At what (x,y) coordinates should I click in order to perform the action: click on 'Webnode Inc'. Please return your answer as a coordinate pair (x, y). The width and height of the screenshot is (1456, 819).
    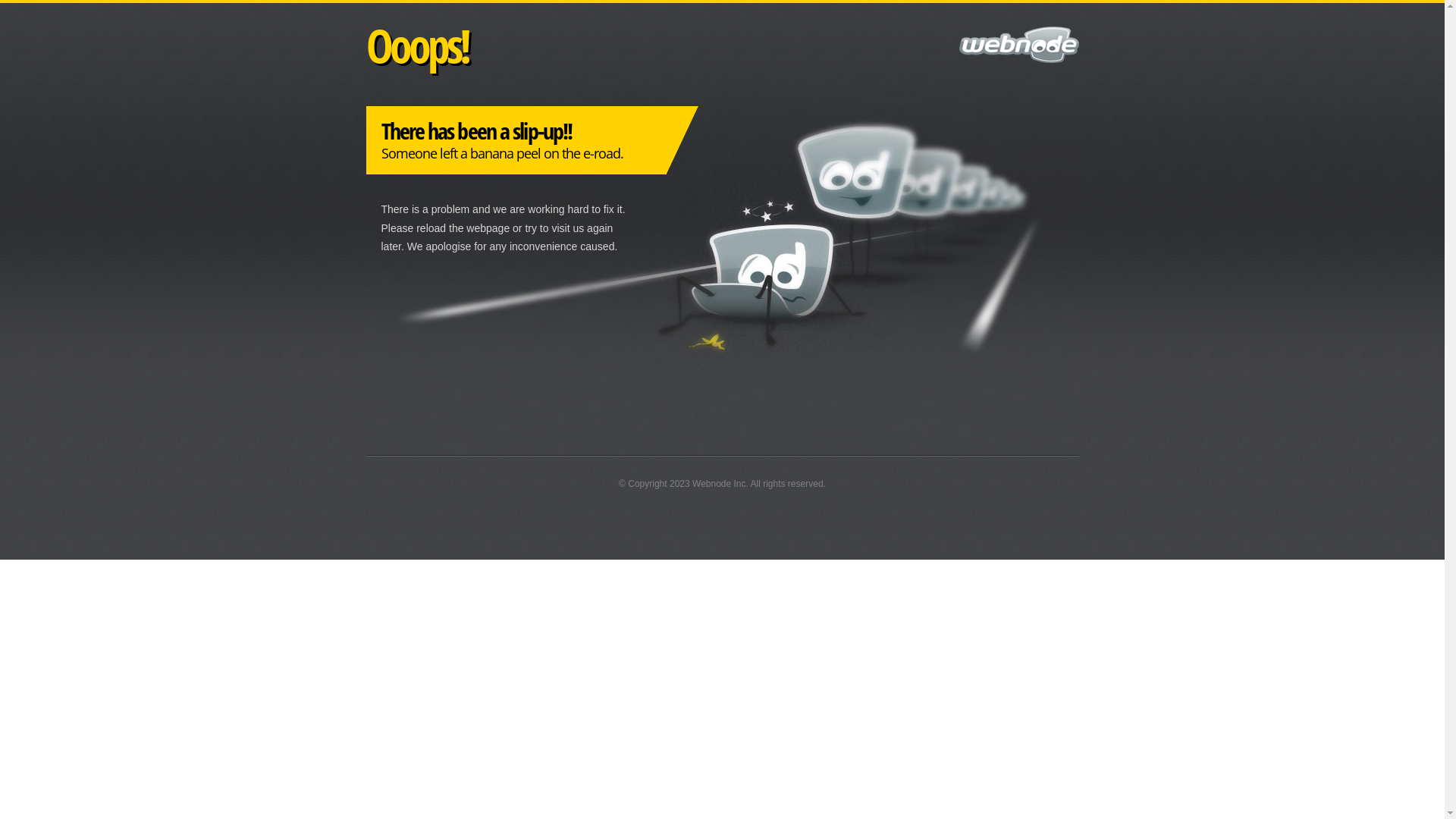
    Looking at the image, I should click on (718, 483).